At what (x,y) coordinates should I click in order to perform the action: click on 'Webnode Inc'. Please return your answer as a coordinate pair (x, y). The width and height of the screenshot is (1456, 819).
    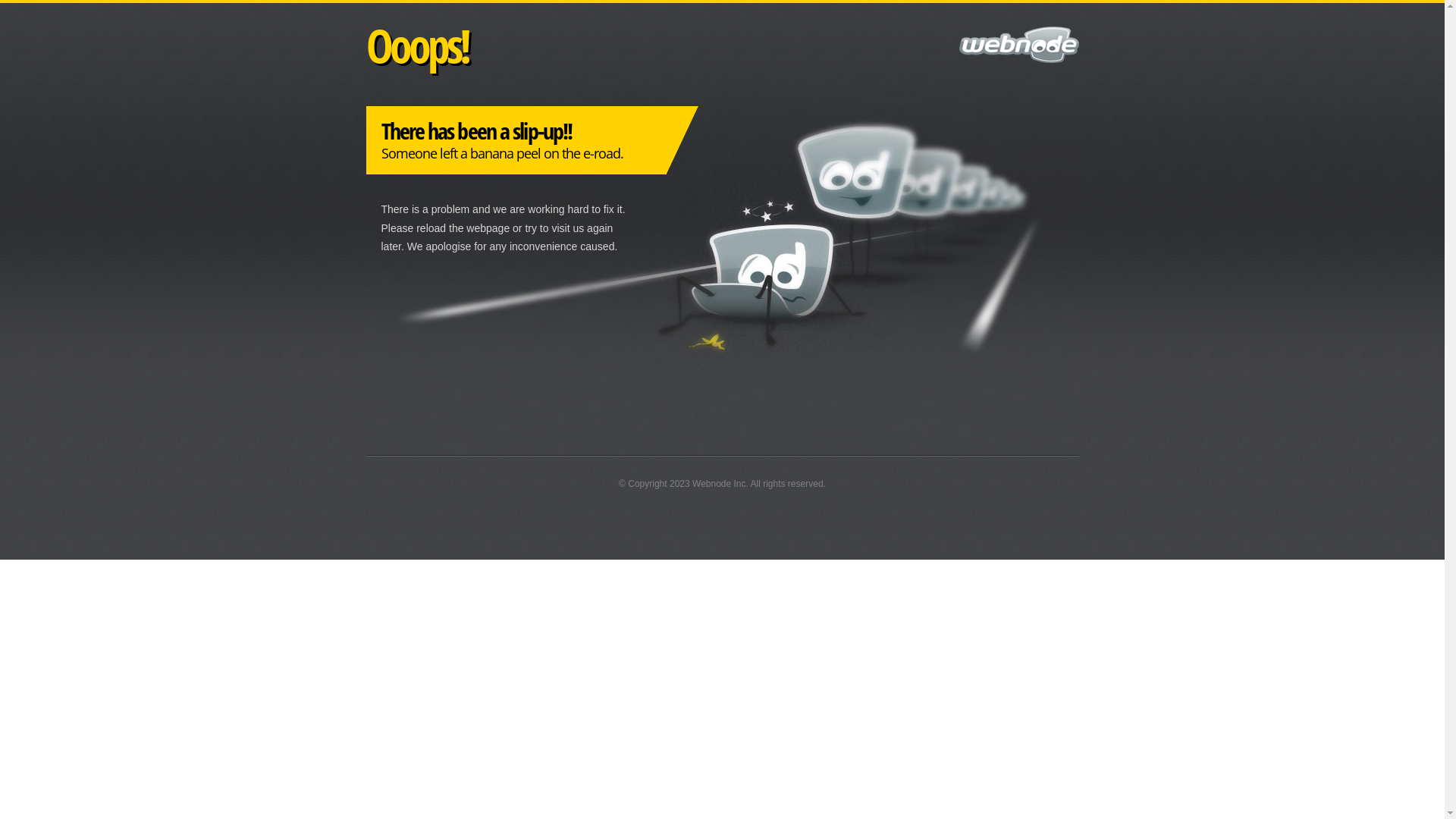
    Looking at the image, I should click on (718, 483).